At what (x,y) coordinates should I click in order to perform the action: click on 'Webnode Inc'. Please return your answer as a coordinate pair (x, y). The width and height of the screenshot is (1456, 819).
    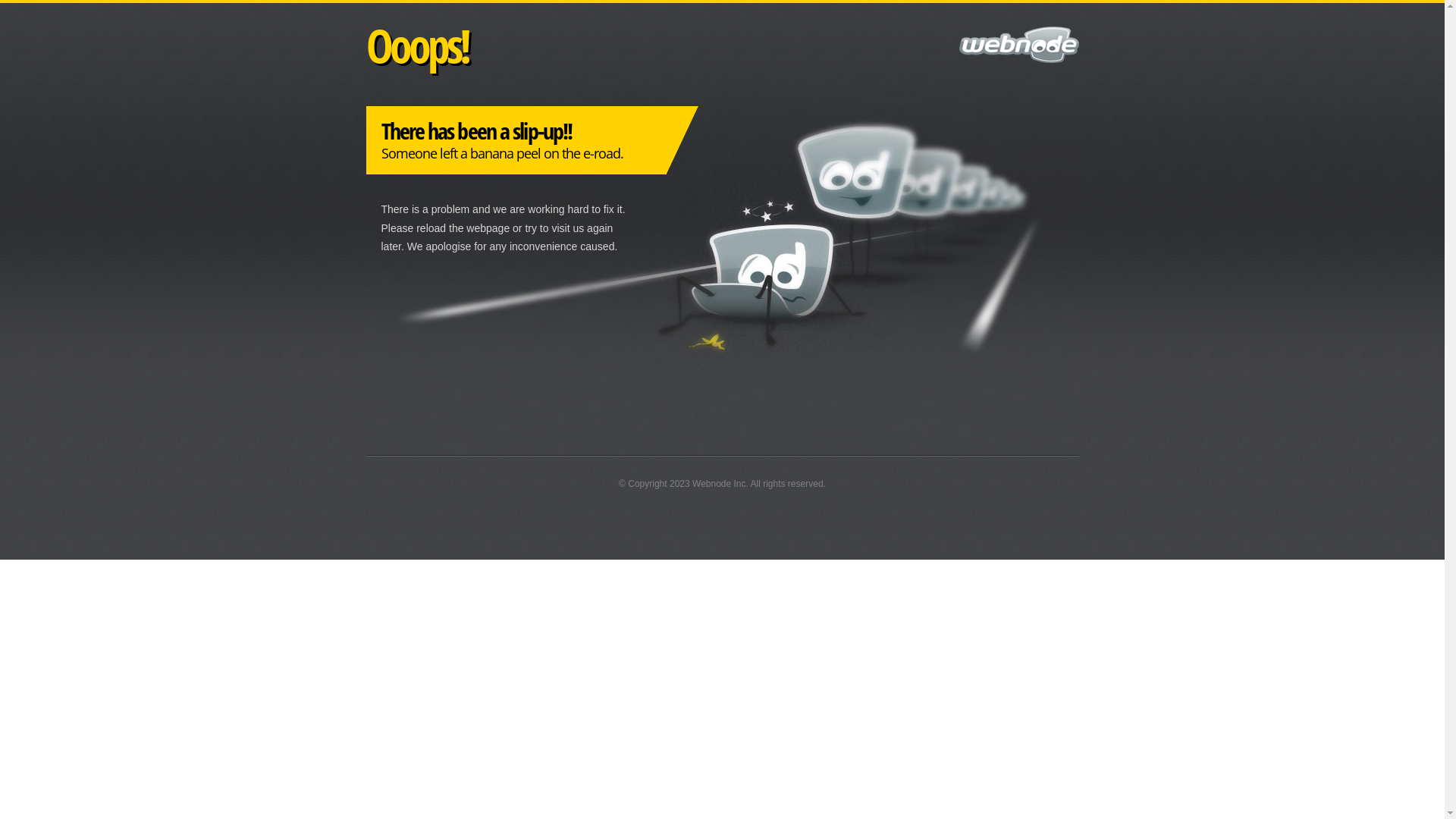
    Looking at the image, I should click on (718, 483).